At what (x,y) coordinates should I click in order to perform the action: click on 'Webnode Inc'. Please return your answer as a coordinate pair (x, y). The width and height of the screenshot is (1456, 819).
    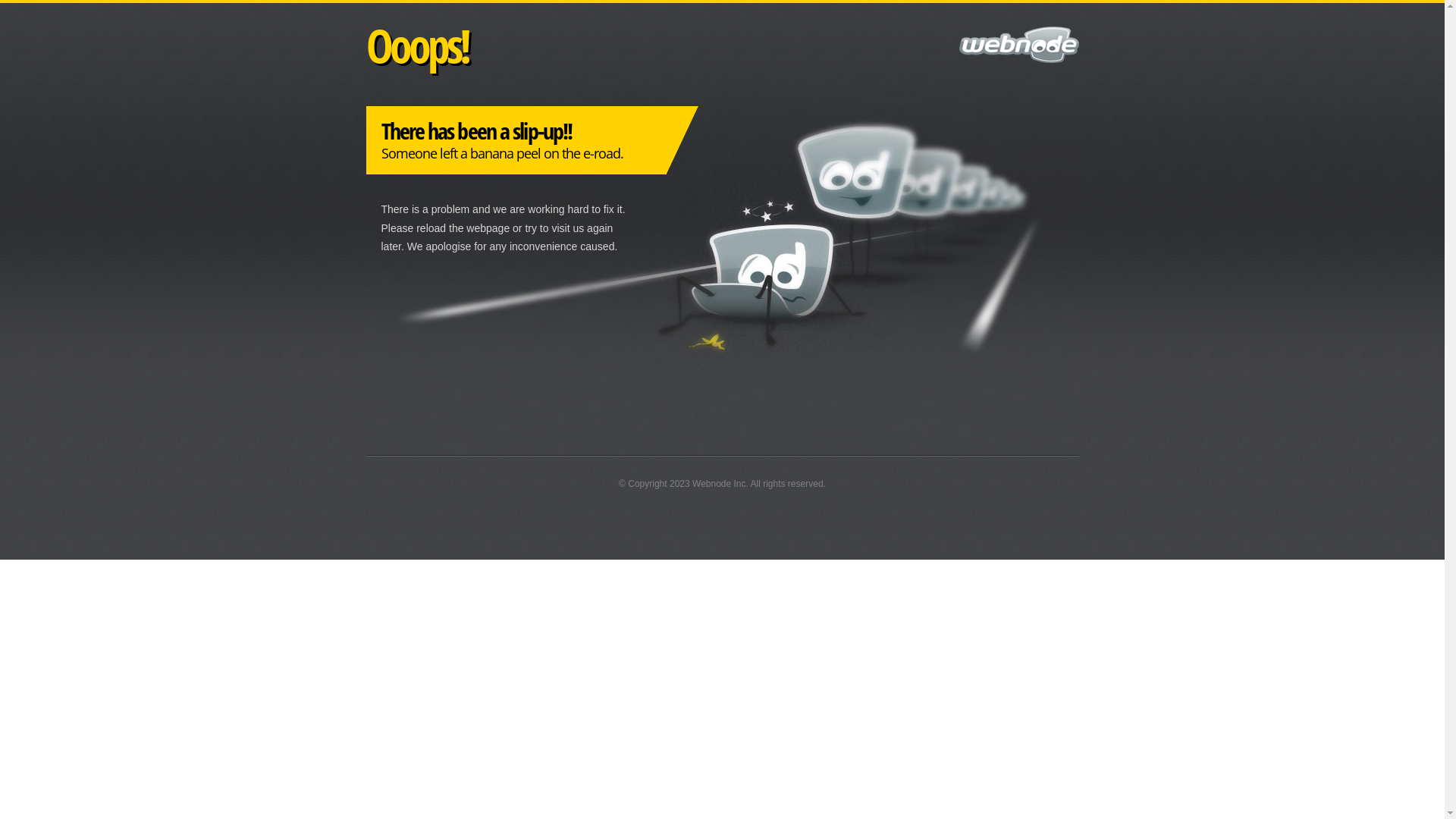
    Looking at the image, I should click on (718, 483).